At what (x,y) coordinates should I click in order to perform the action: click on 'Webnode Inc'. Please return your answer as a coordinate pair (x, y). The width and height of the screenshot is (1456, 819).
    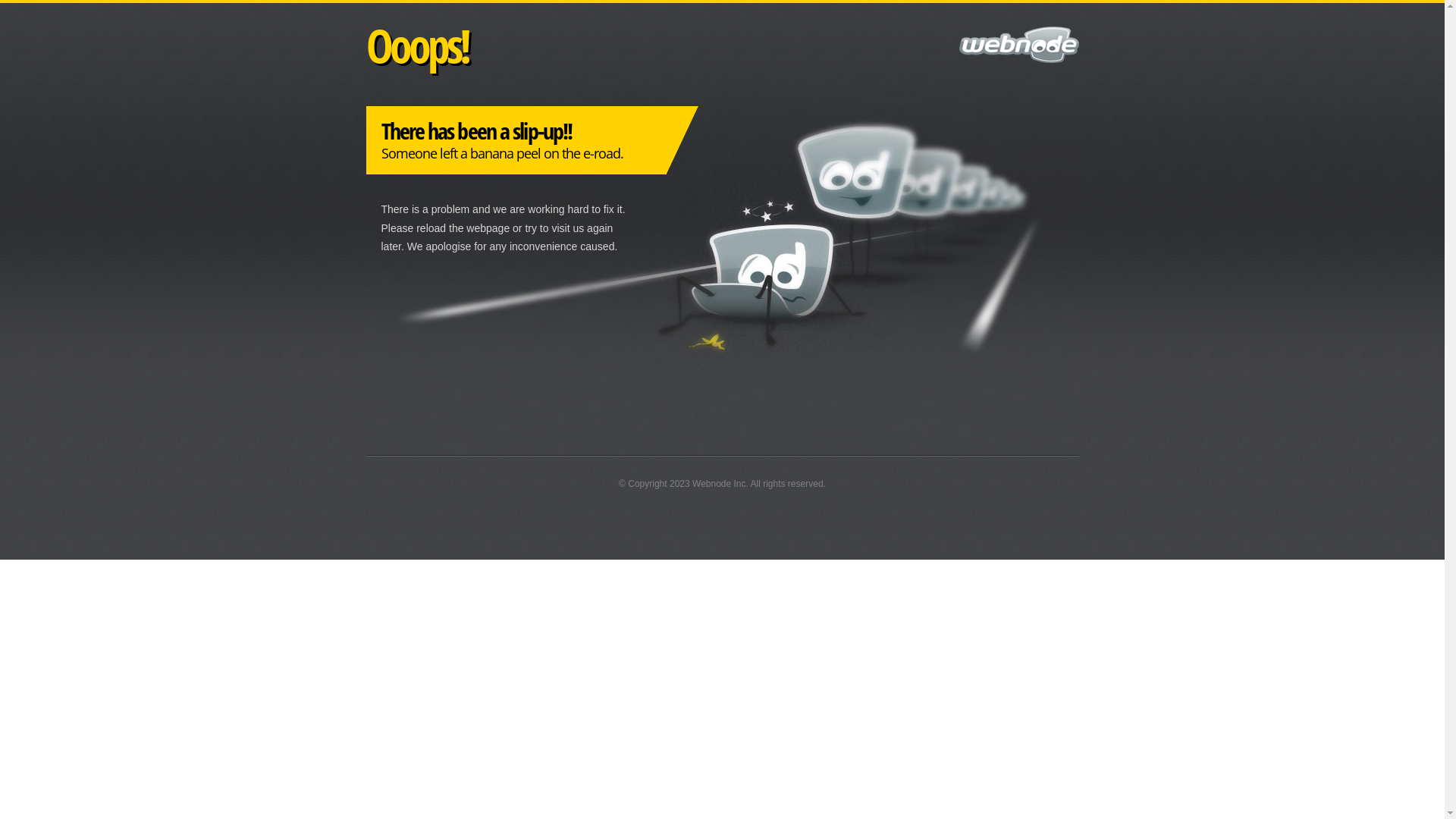
    Looking at the image, I should click on (718, 483).